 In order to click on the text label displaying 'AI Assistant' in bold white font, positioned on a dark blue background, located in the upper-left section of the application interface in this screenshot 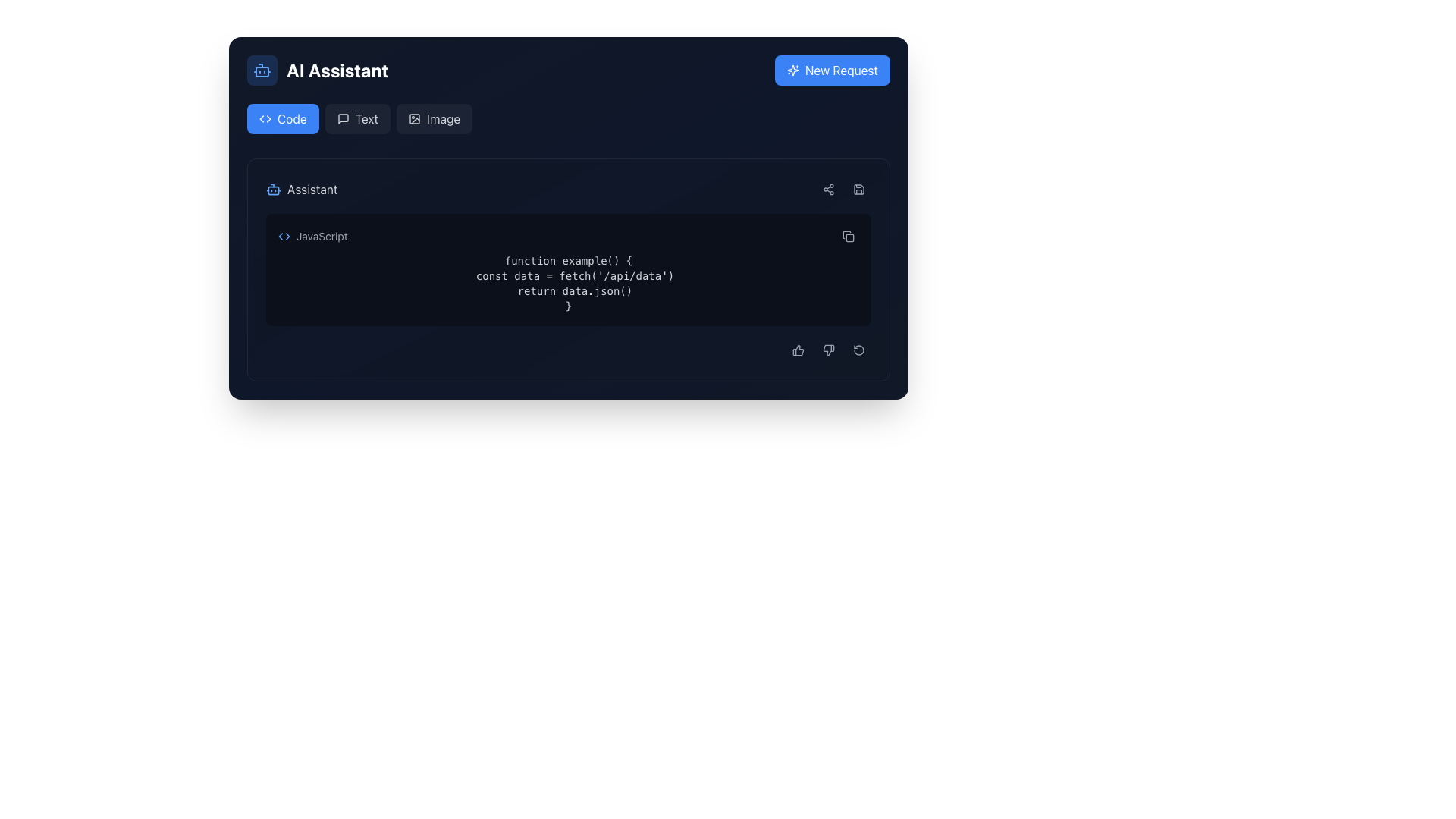, I will do `click(337, 70)`.